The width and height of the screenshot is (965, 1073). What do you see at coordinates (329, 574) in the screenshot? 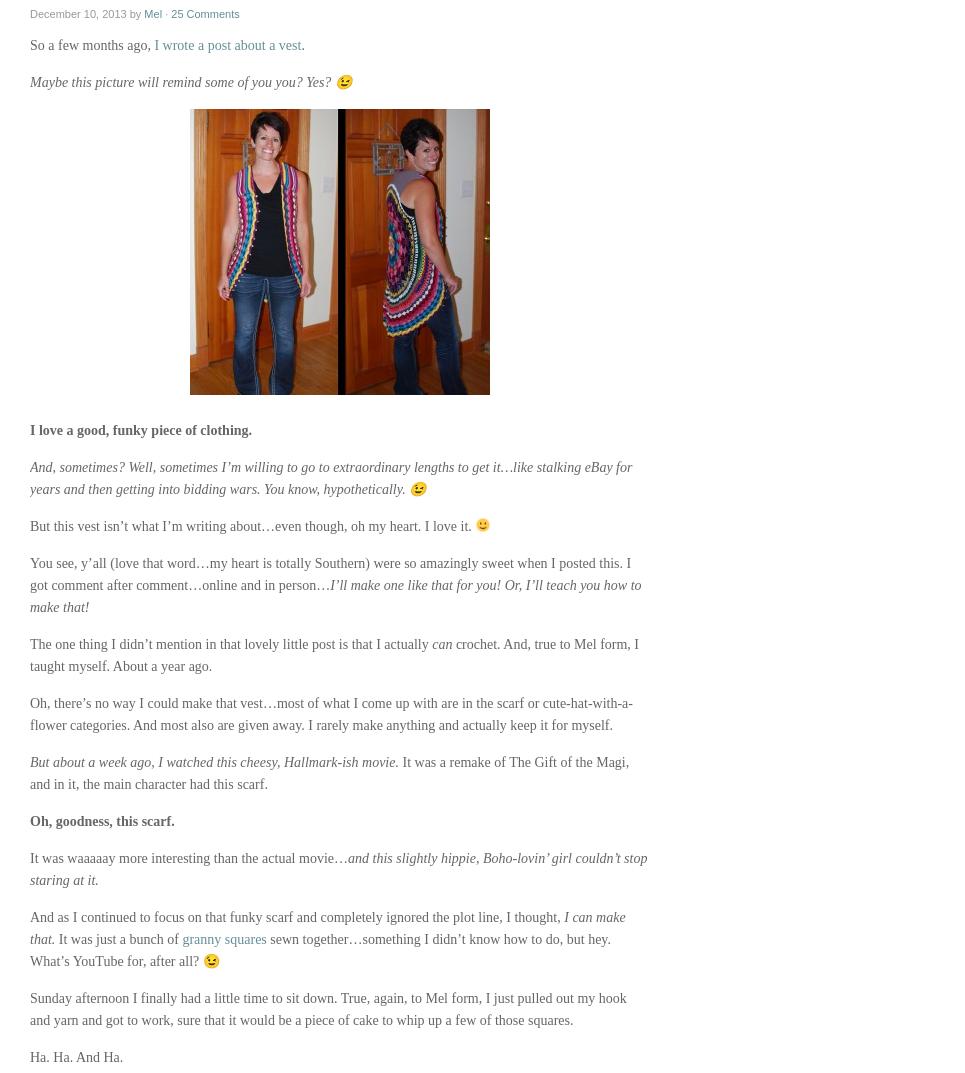
I see `'You see, y’all (love that word…my heart is totally Southern) were so amazingly sweet when I posted this. I got comment after comment…online and in person…'` at bounding box center [329, 574].